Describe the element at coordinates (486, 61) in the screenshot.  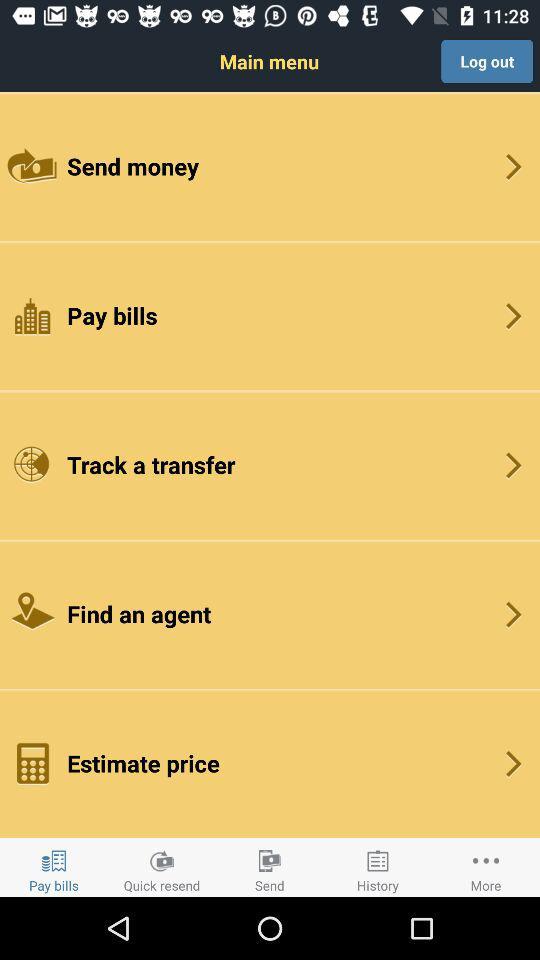
I see `the button above send money` at that location.